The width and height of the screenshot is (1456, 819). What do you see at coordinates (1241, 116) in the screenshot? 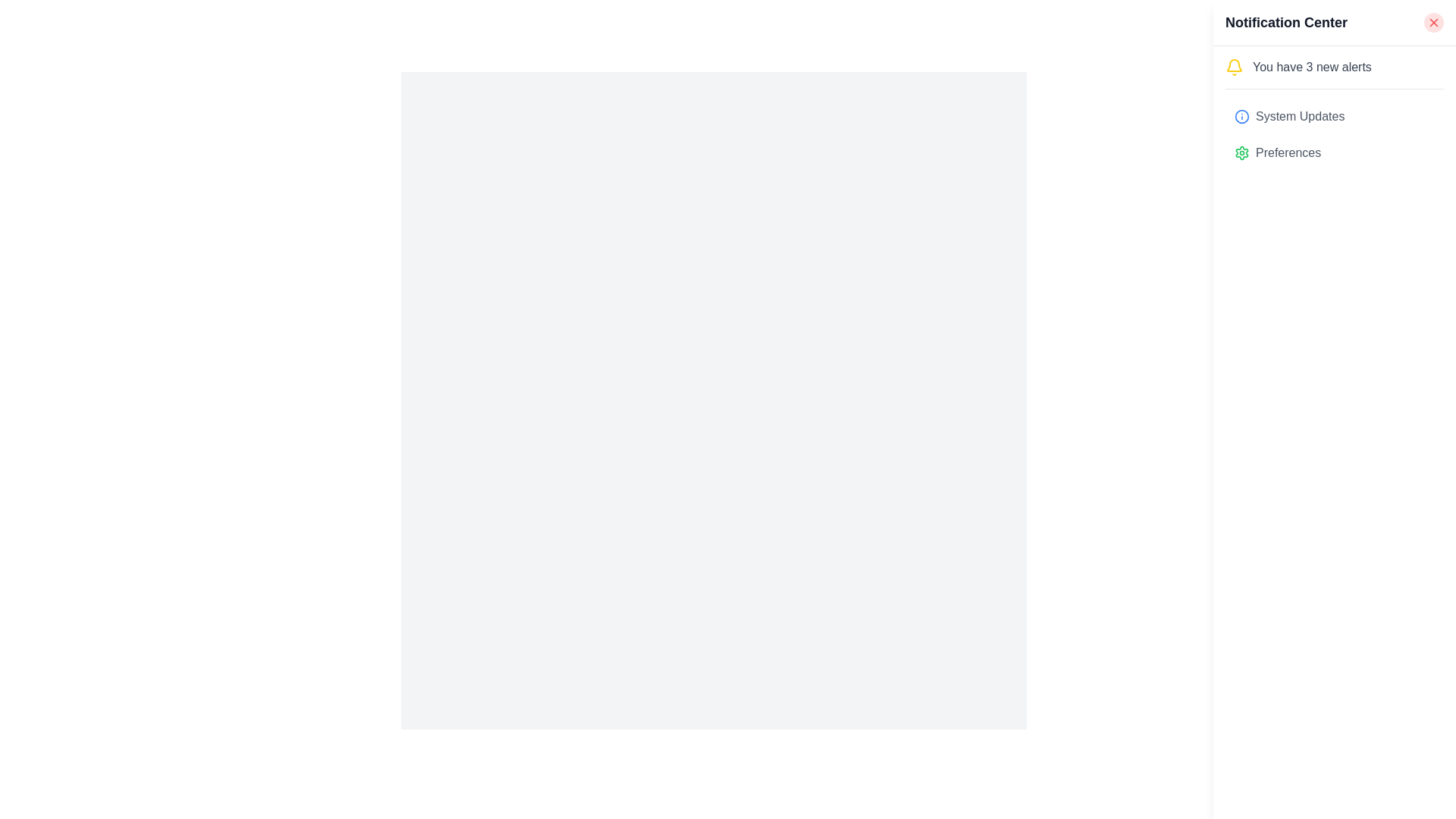
I see `the decorative or informative icon associated with the 'System Updates' menu item located at the left side of the 'System Updates' text in the notification center` at bounding box center [1241, 116].